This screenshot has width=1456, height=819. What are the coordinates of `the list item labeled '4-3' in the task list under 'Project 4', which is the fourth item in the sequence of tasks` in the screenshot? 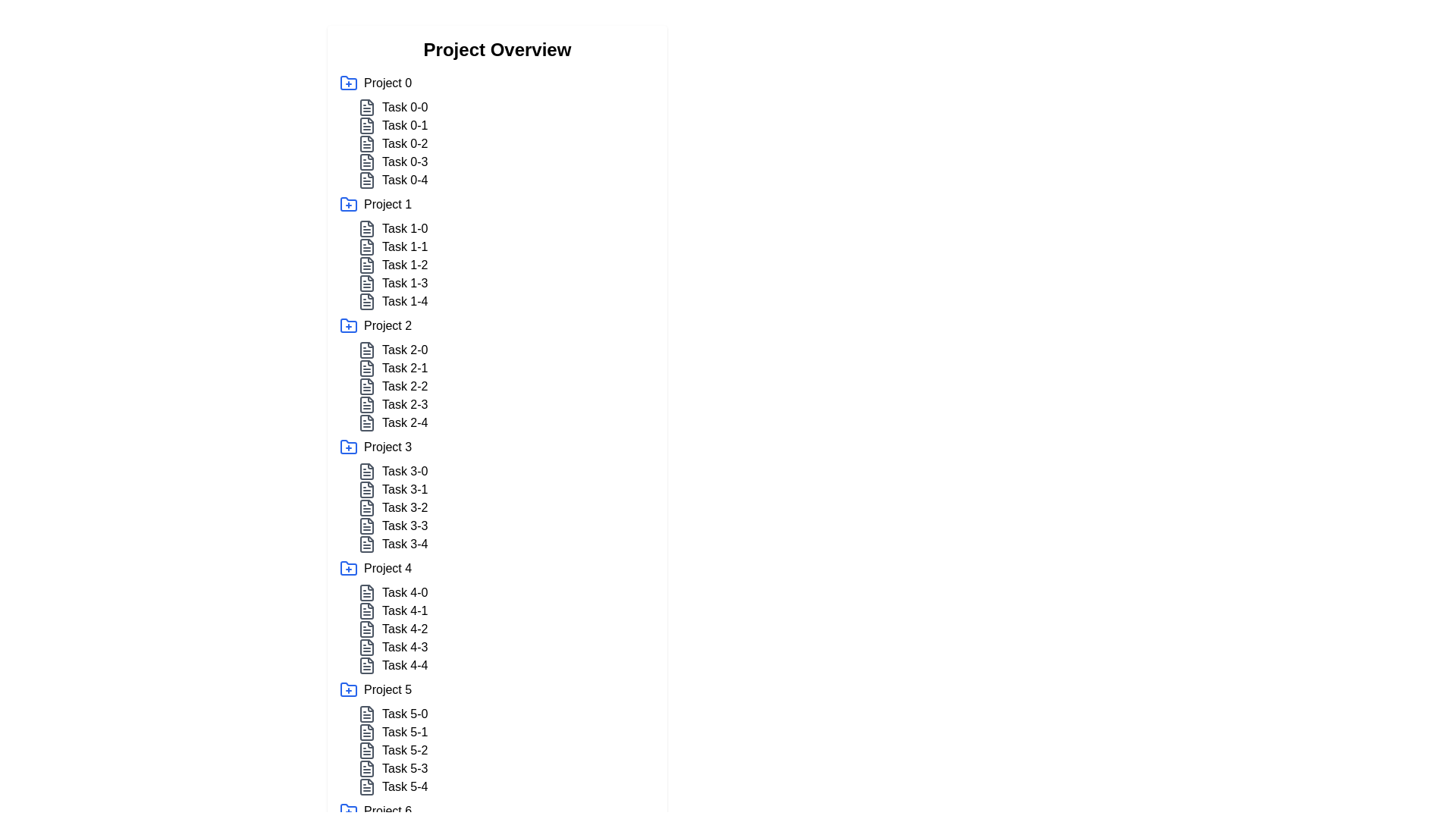 It's located at (506, 647).